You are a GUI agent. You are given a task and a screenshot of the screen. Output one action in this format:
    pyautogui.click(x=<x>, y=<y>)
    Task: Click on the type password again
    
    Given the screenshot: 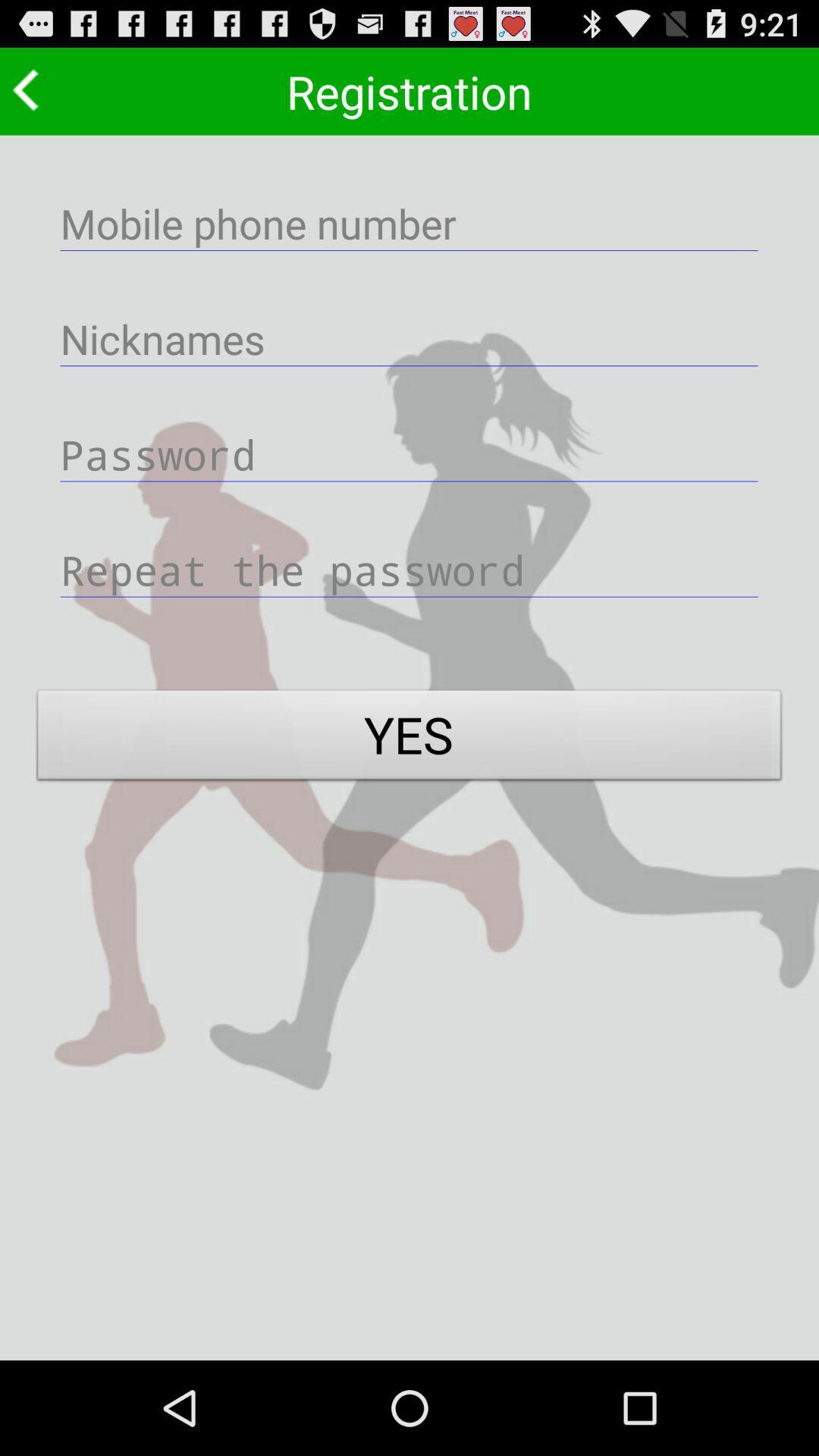 What is the action you would take?
    pyautogui.click(x=409, y=569)
    